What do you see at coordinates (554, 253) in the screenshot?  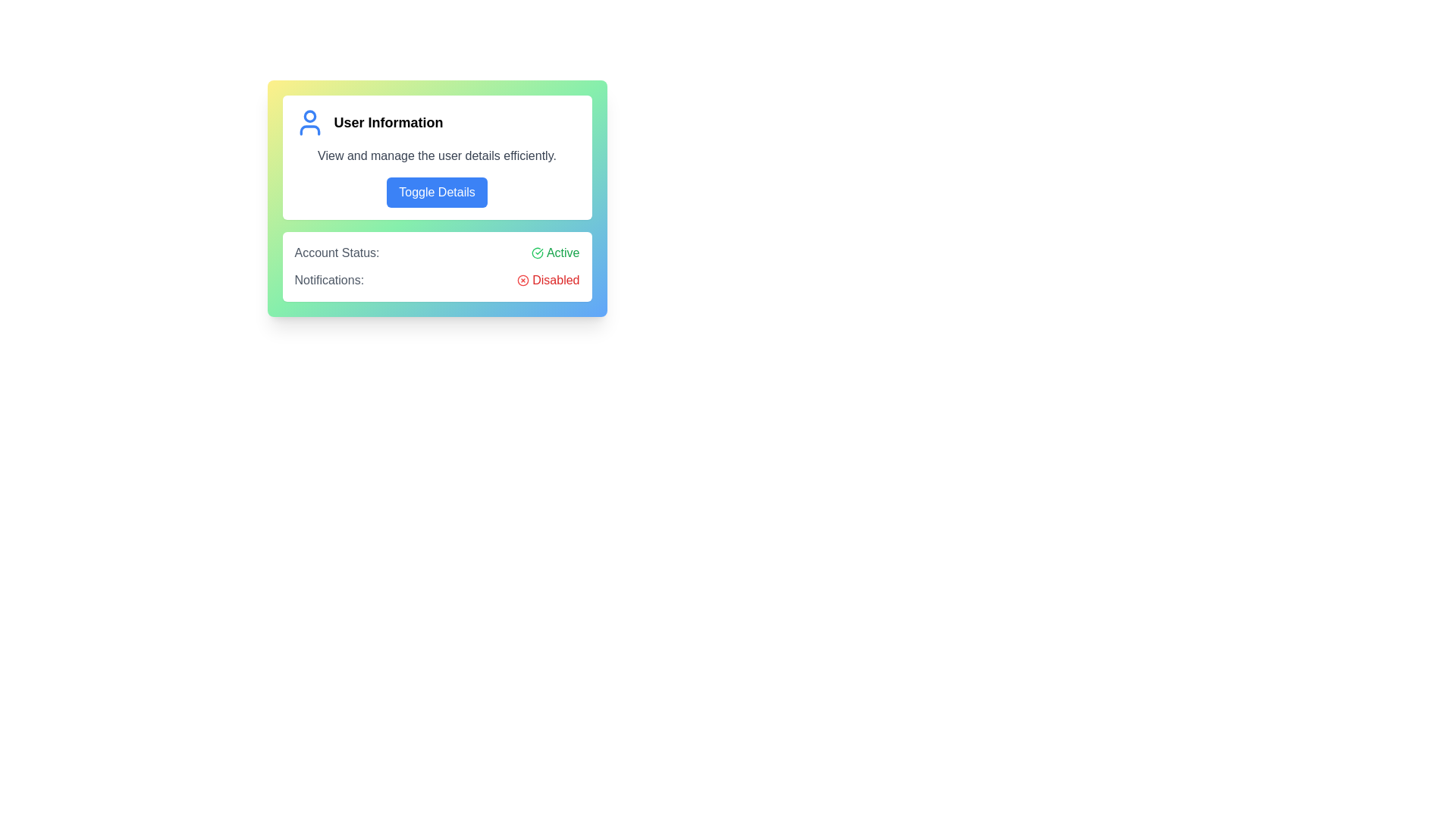 I see `the 'Active' label with a green checkmark icon, indicating a positive account status, located in the 'Account Status' section` at bounding box center [554, 253].